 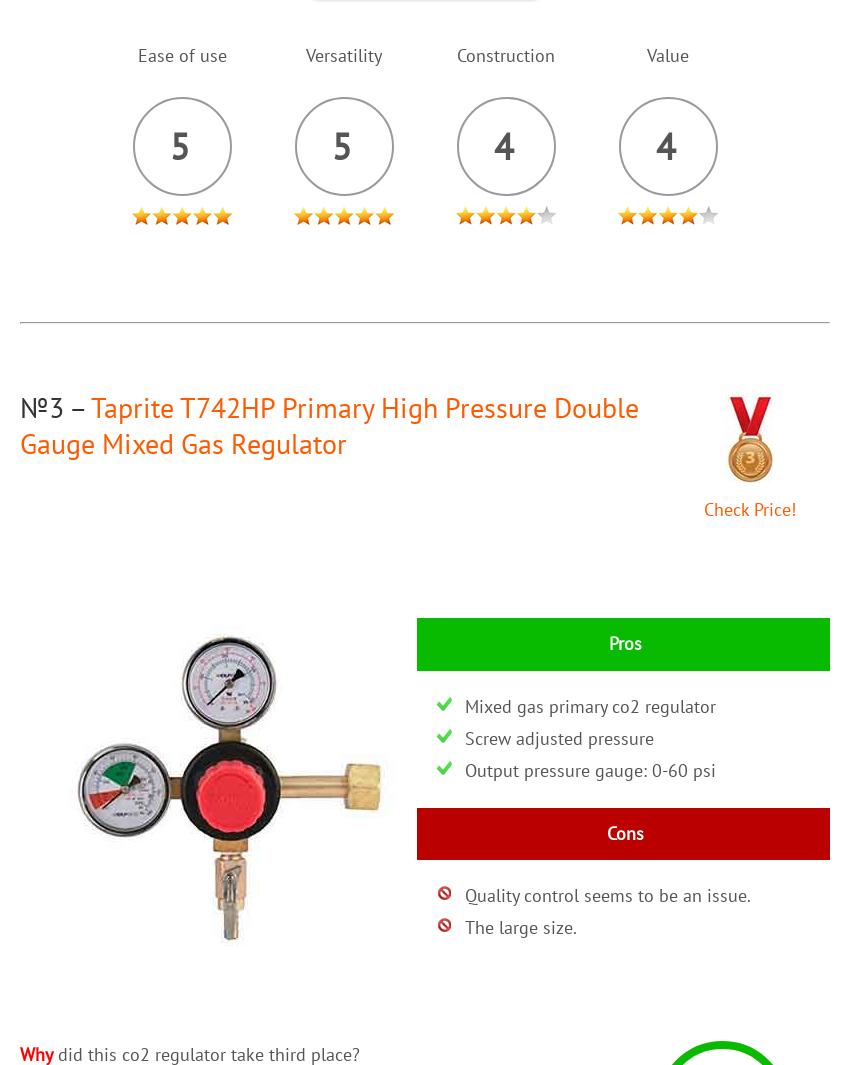 What do you see at coordinates (18, 406) in the screenshot?
I see `'№3 –'` at bounding box center [18, 406].